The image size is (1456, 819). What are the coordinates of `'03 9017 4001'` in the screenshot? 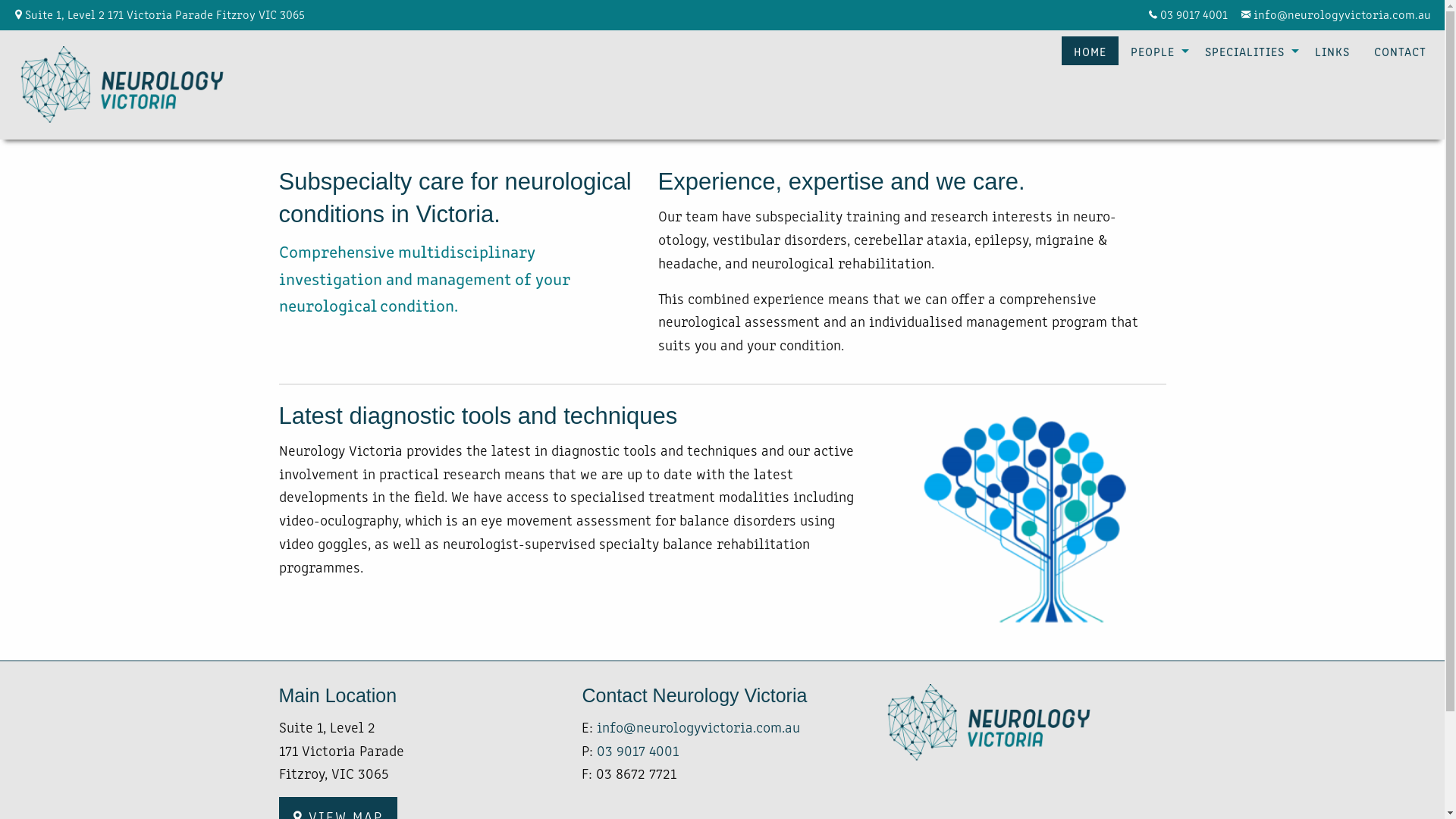 It's located at (596, 748).